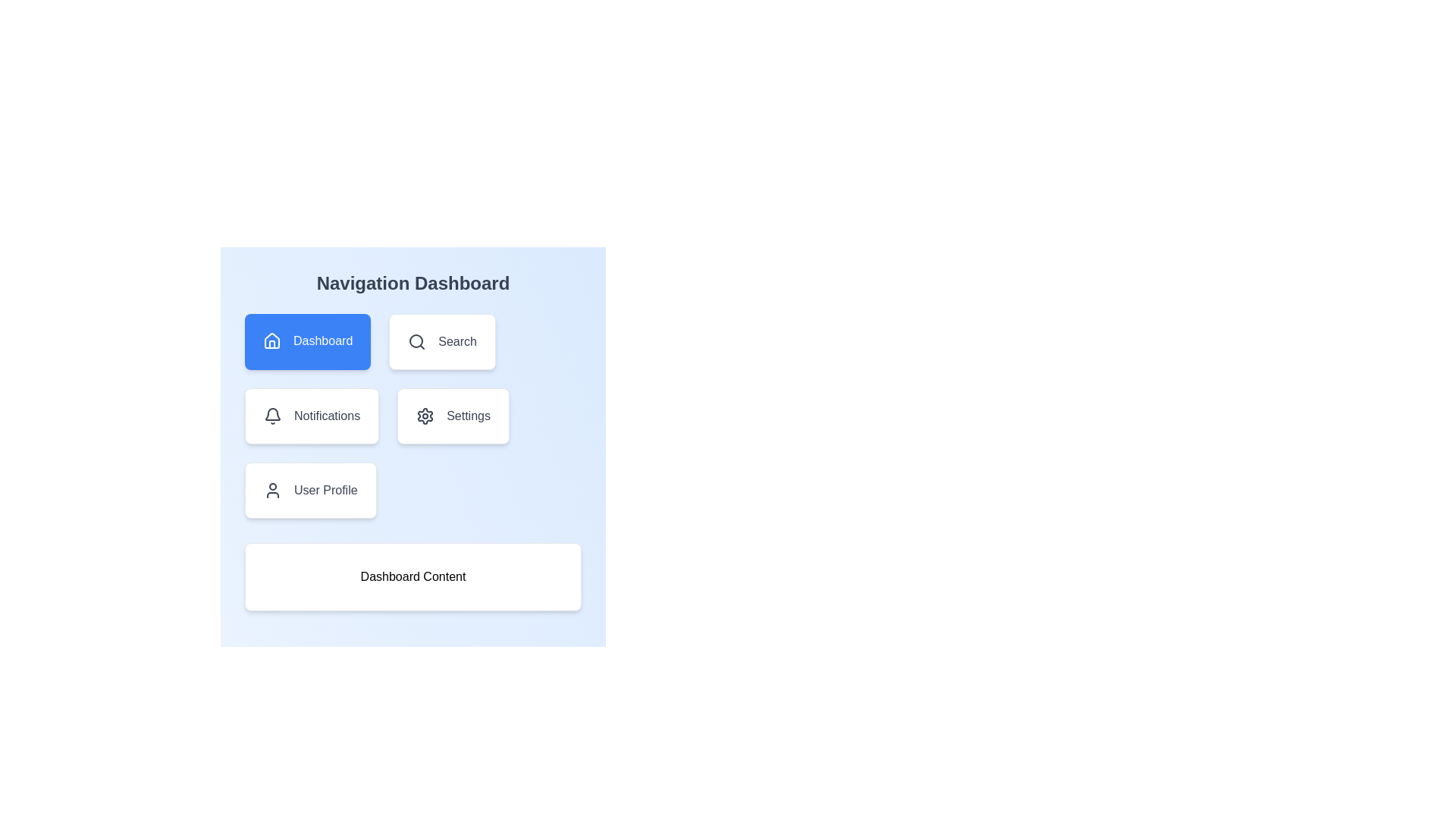  I want to click on the settings button located, so click(453, 416).